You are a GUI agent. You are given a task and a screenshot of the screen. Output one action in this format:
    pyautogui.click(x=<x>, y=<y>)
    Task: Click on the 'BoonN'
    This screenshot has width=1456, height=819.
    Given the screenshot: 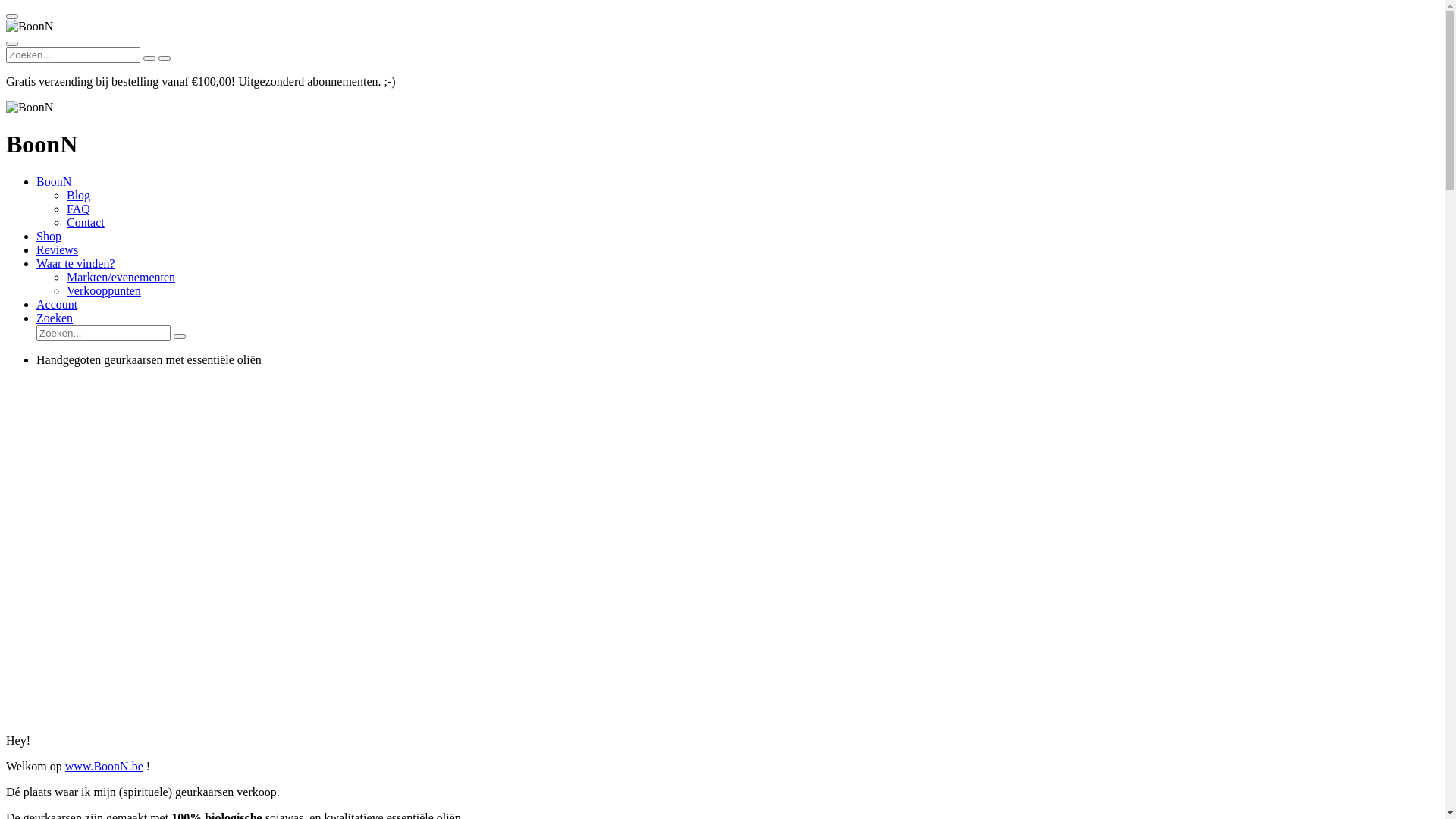 What is the action you would take?
    pyautogui.click(x=54, y=180)
    